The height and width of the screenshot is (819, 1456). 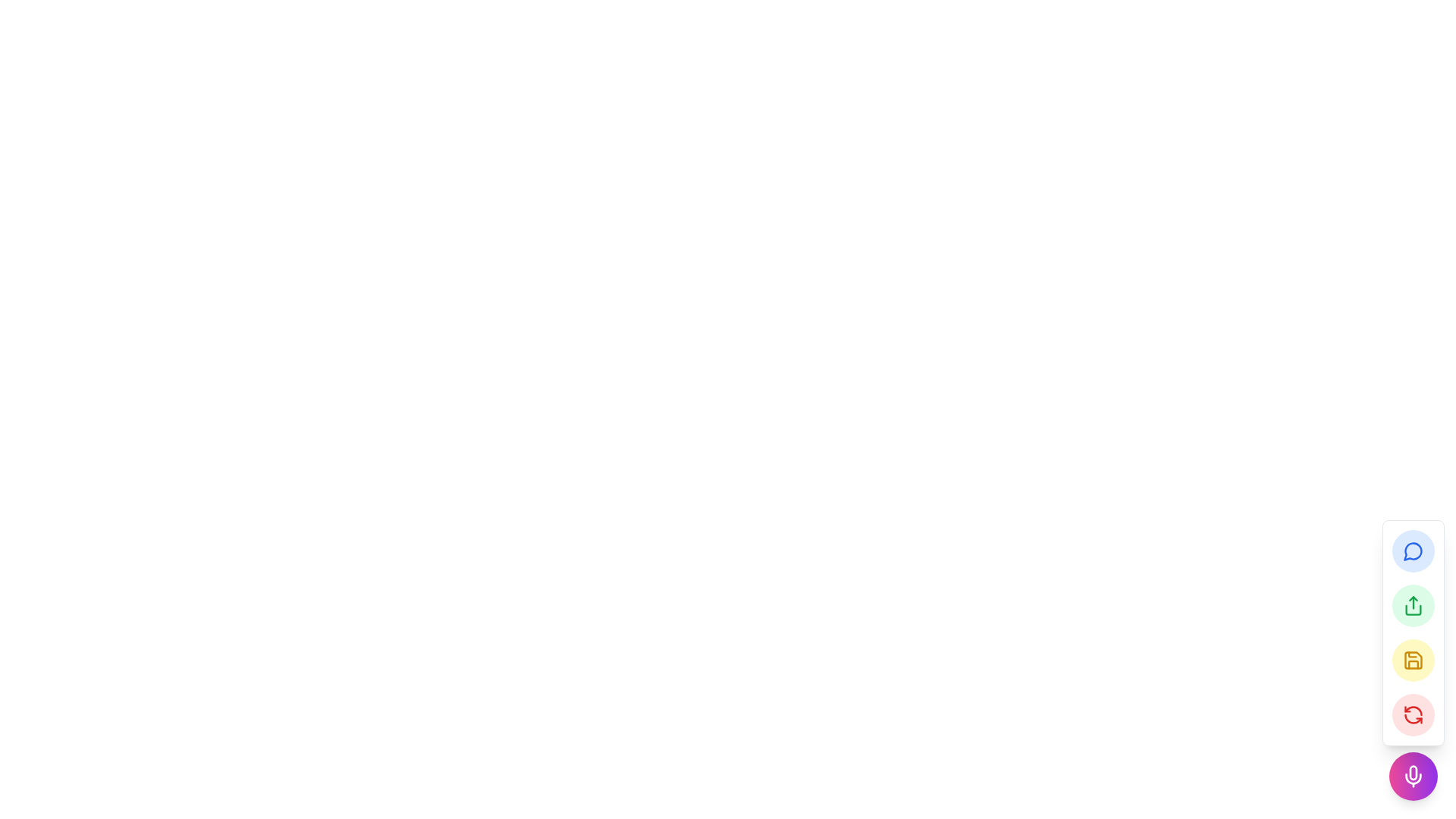 I want to click on the microphone icon button located at the bottom-right corner of the interface, so click(x=1412, y=776).